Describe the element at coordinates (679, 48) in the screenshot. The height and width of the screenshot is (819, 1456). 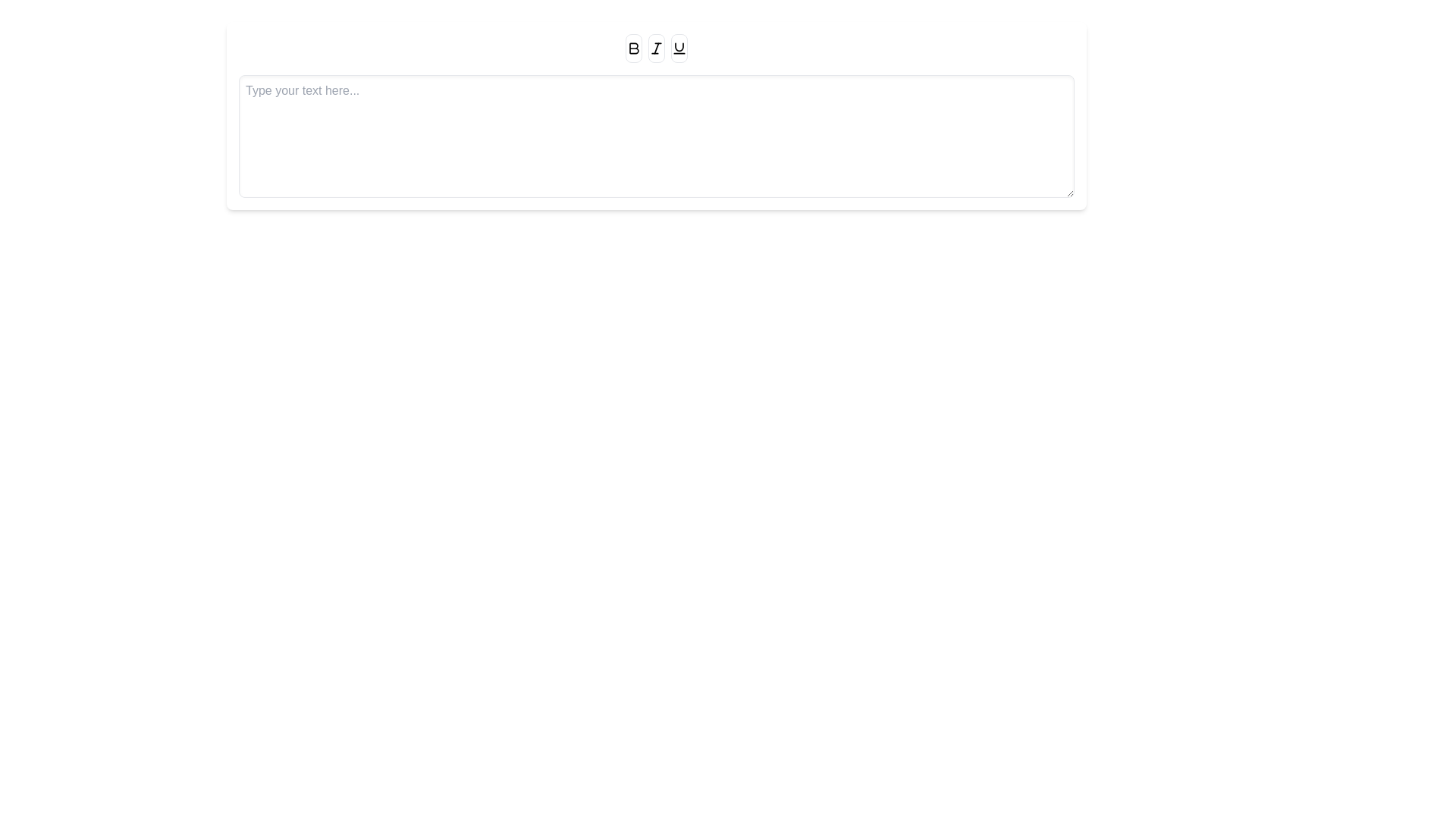
I see `the underline button in the text formatting toolbar to observe tooltip or visual feedback` at that location.